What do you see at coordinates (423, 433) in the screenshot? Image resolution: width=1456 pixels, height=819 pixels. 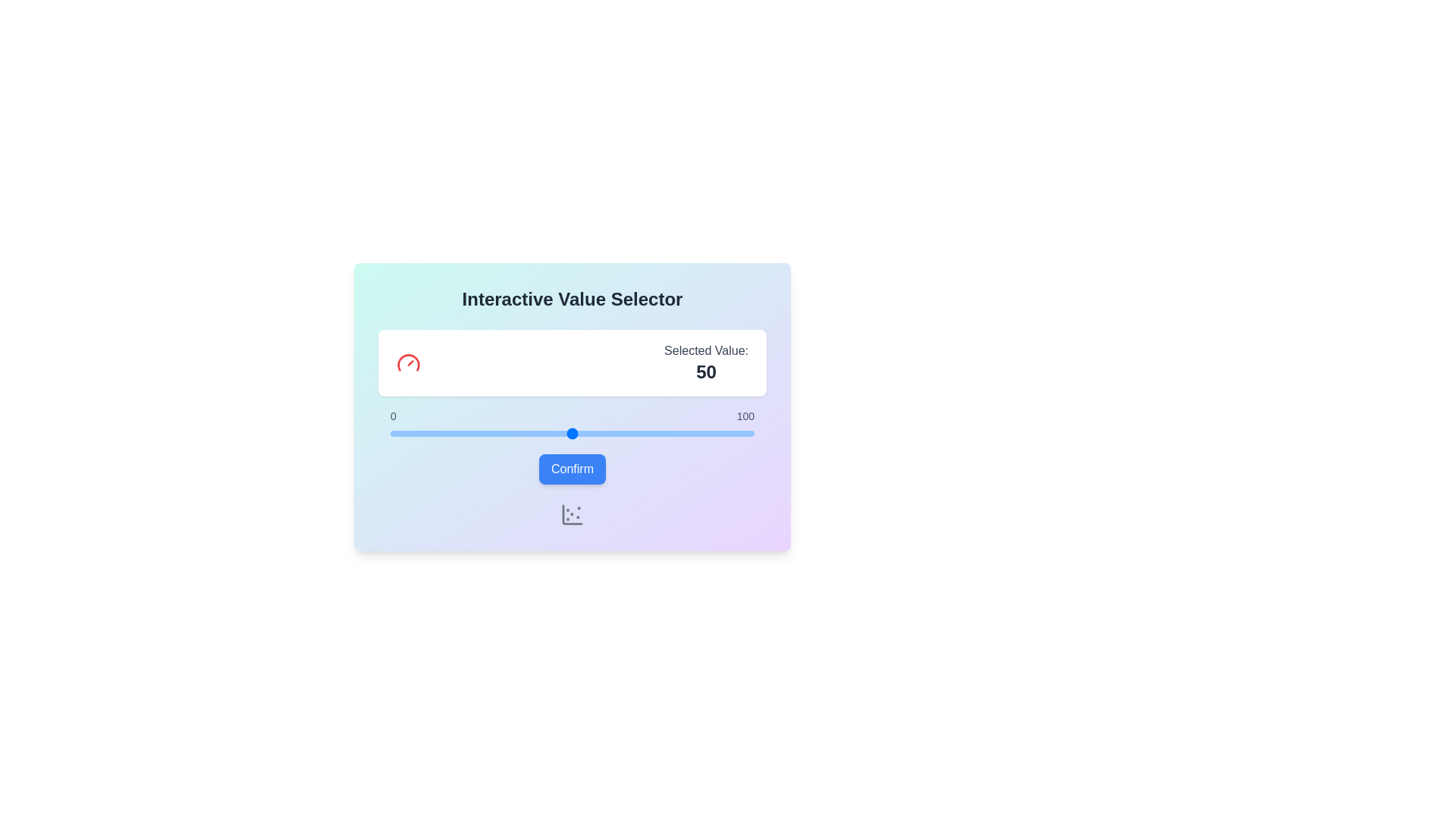 I see `the slider to set the value to 9` at bounding box center [423, 433].